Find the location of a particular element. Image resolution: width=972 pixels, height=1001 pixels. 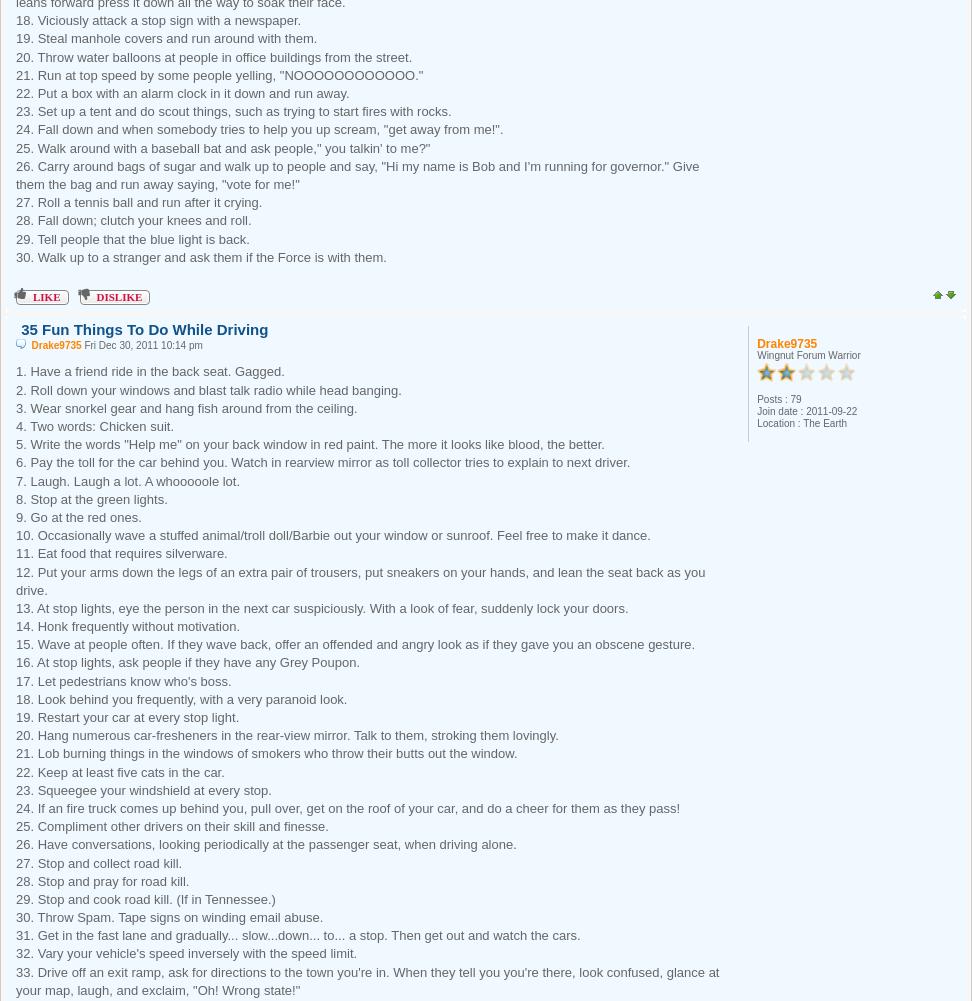

'14. Honk frequently without motivation.' is located at coordinates (128, 626).